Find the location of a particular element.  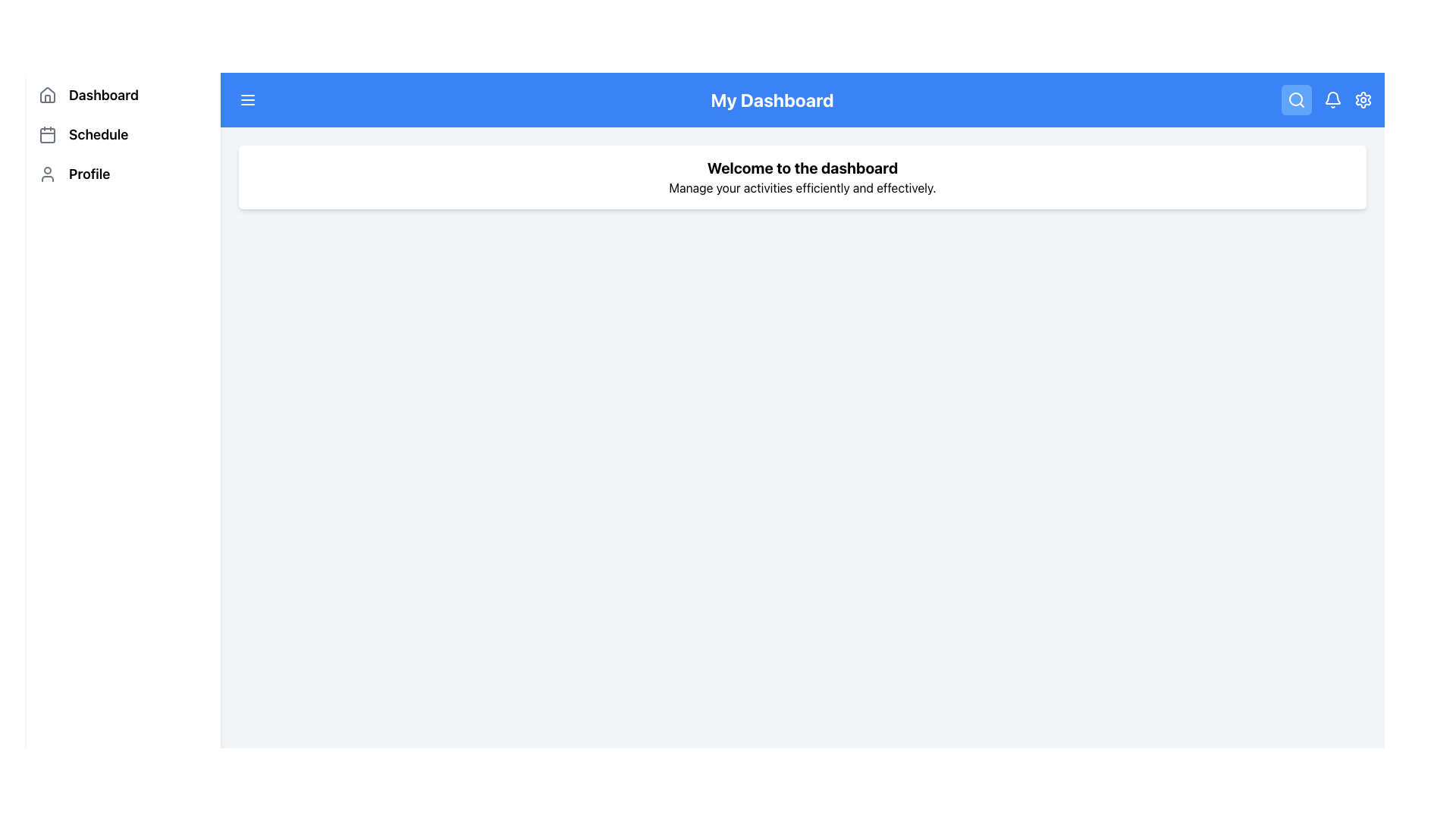

the gear-shaped settings icon located at the top-right corner of the header bar is located at coordinates (1363, 99).